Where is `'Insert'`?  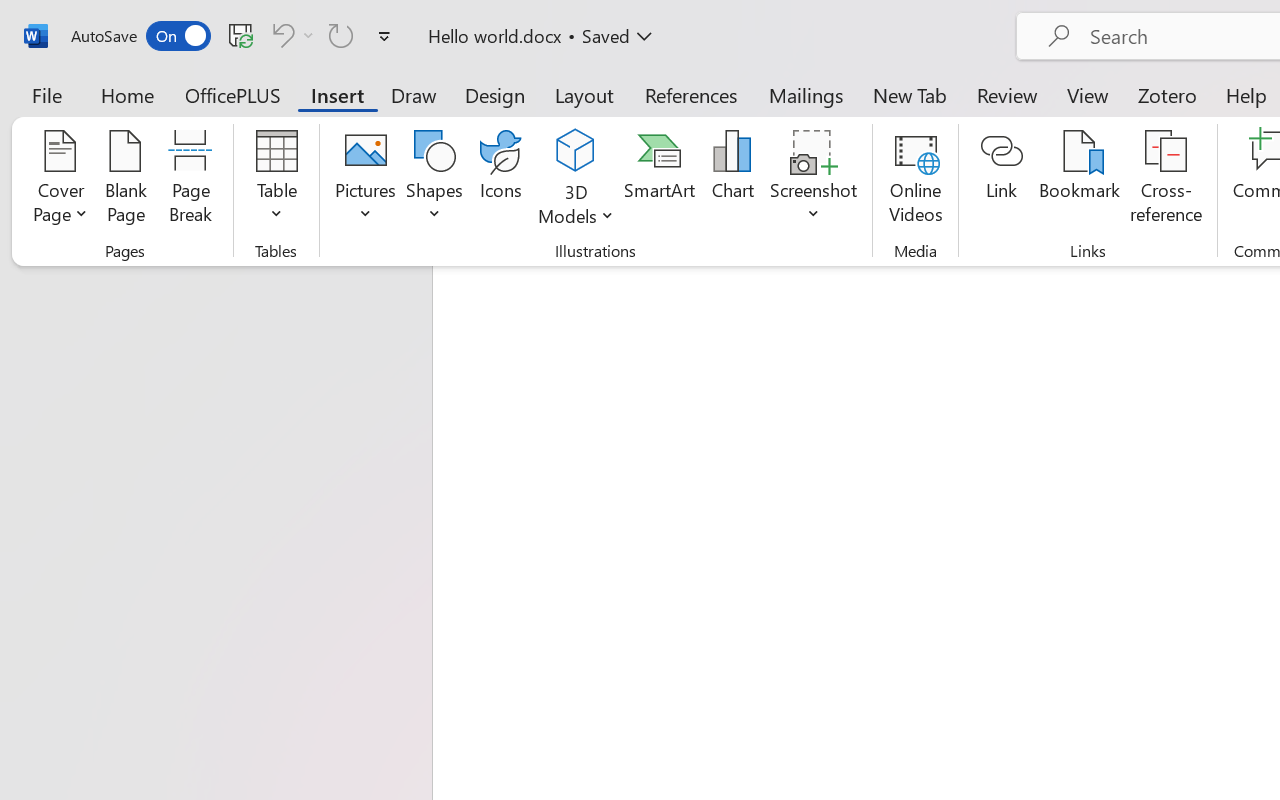
'Insert' is located at coordinates (337, 94).